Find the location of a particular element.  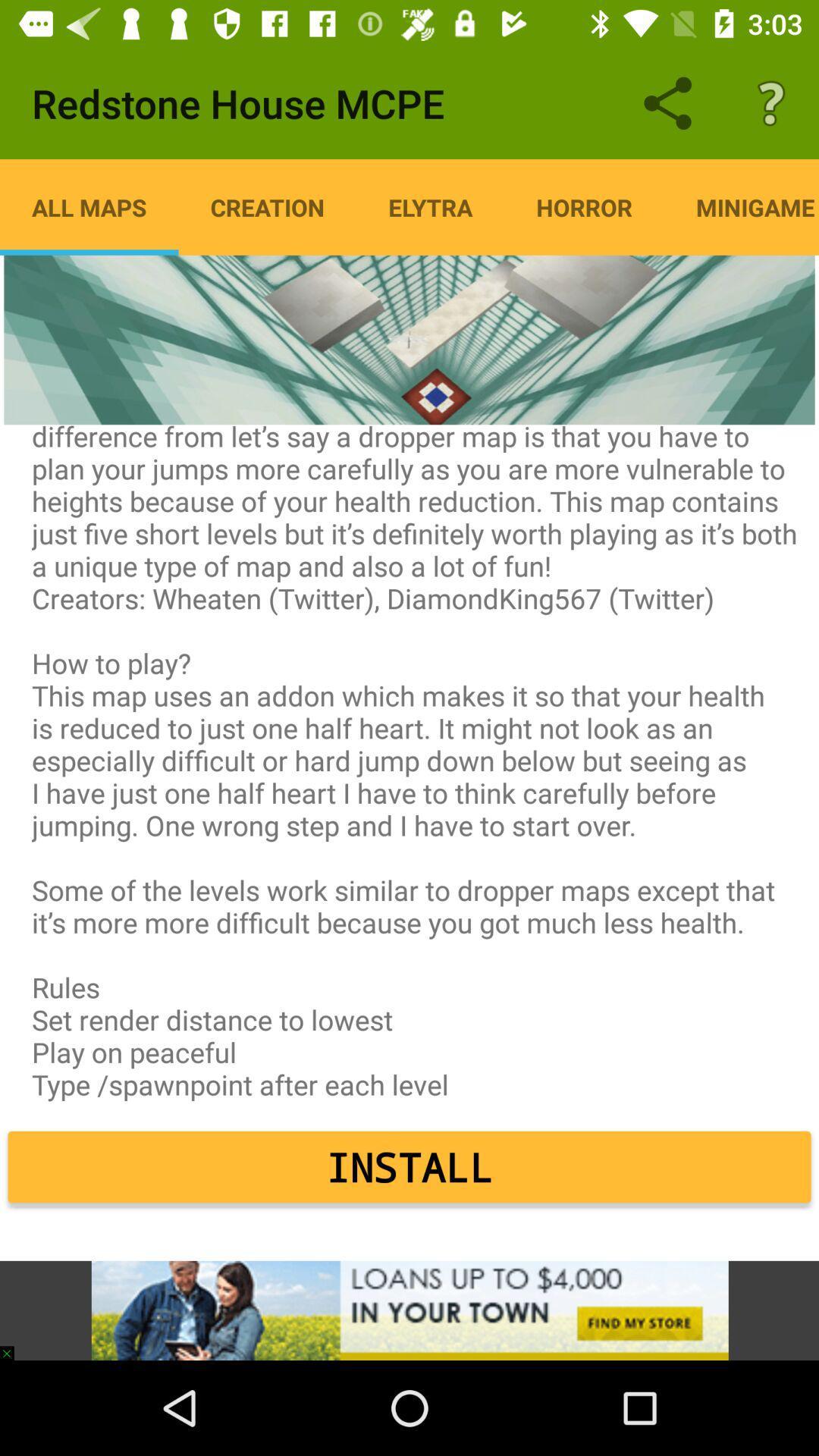

item to the right of elytra is located at coordinates (583, 206).